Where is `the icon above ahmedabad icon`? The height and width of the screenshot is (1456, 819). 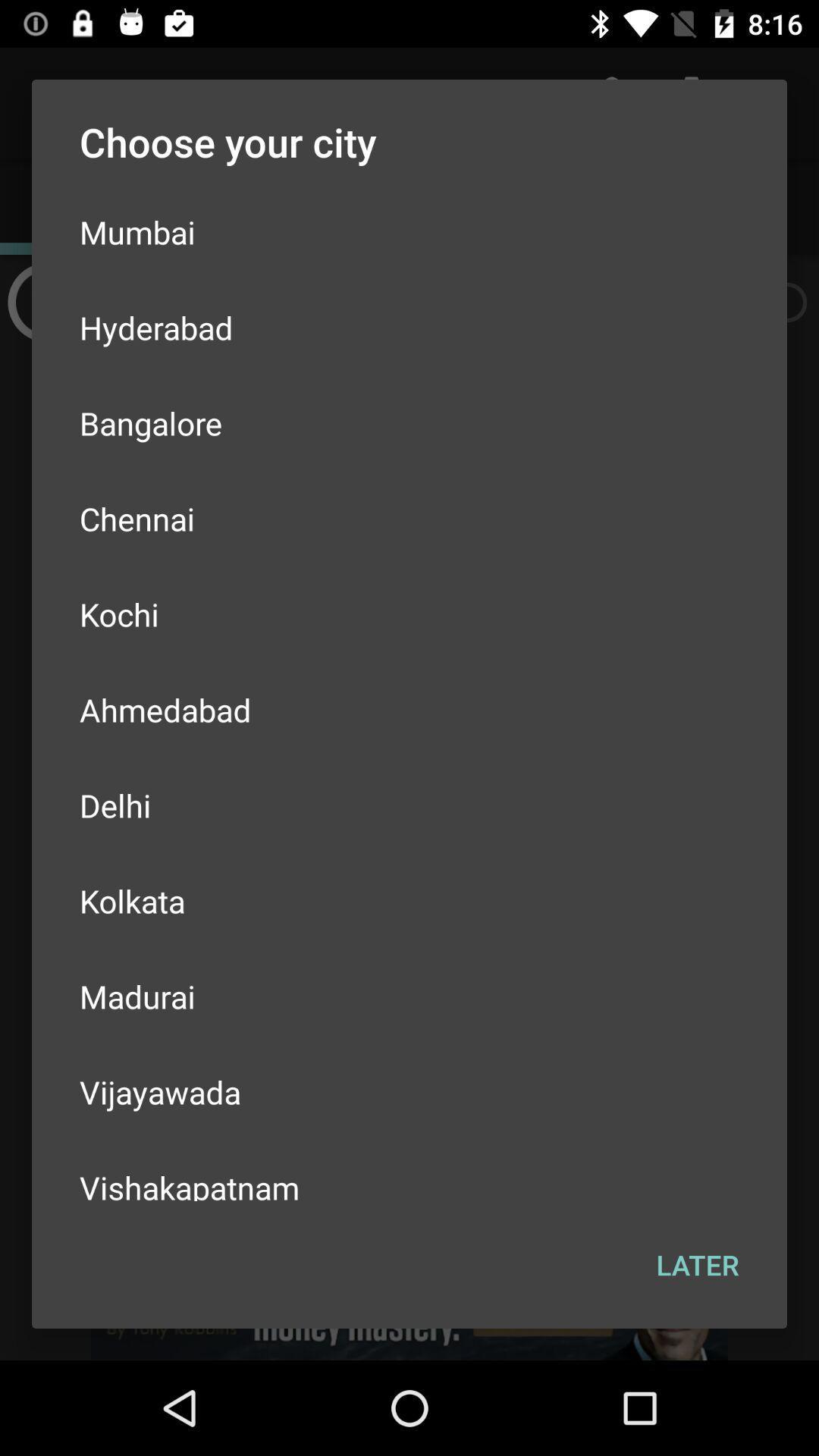 the icon above ahmedabad icon is located at coordinates (409, 614).